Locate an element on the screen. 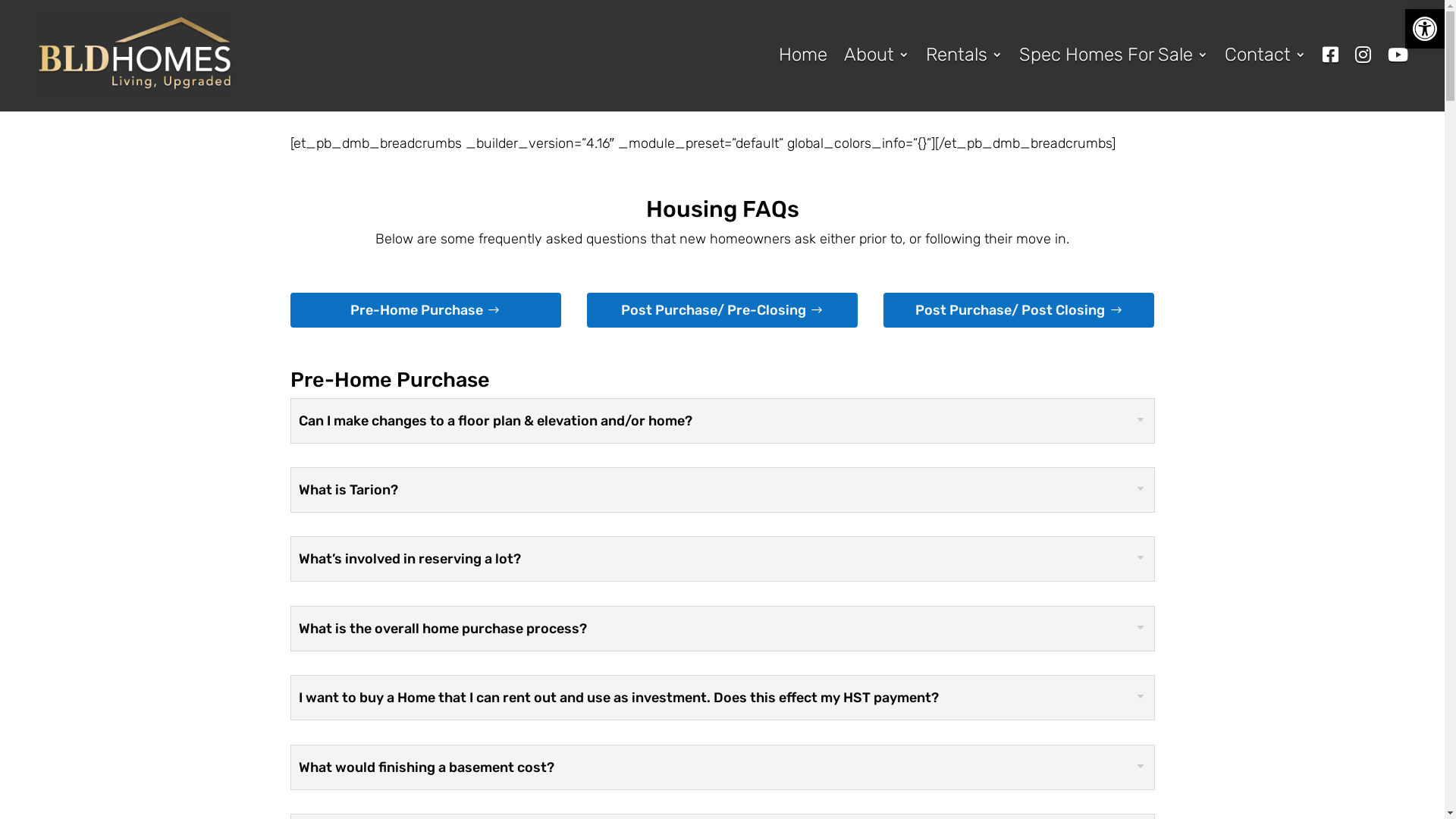  'Youtube' is located at coordinates (1397, 54).